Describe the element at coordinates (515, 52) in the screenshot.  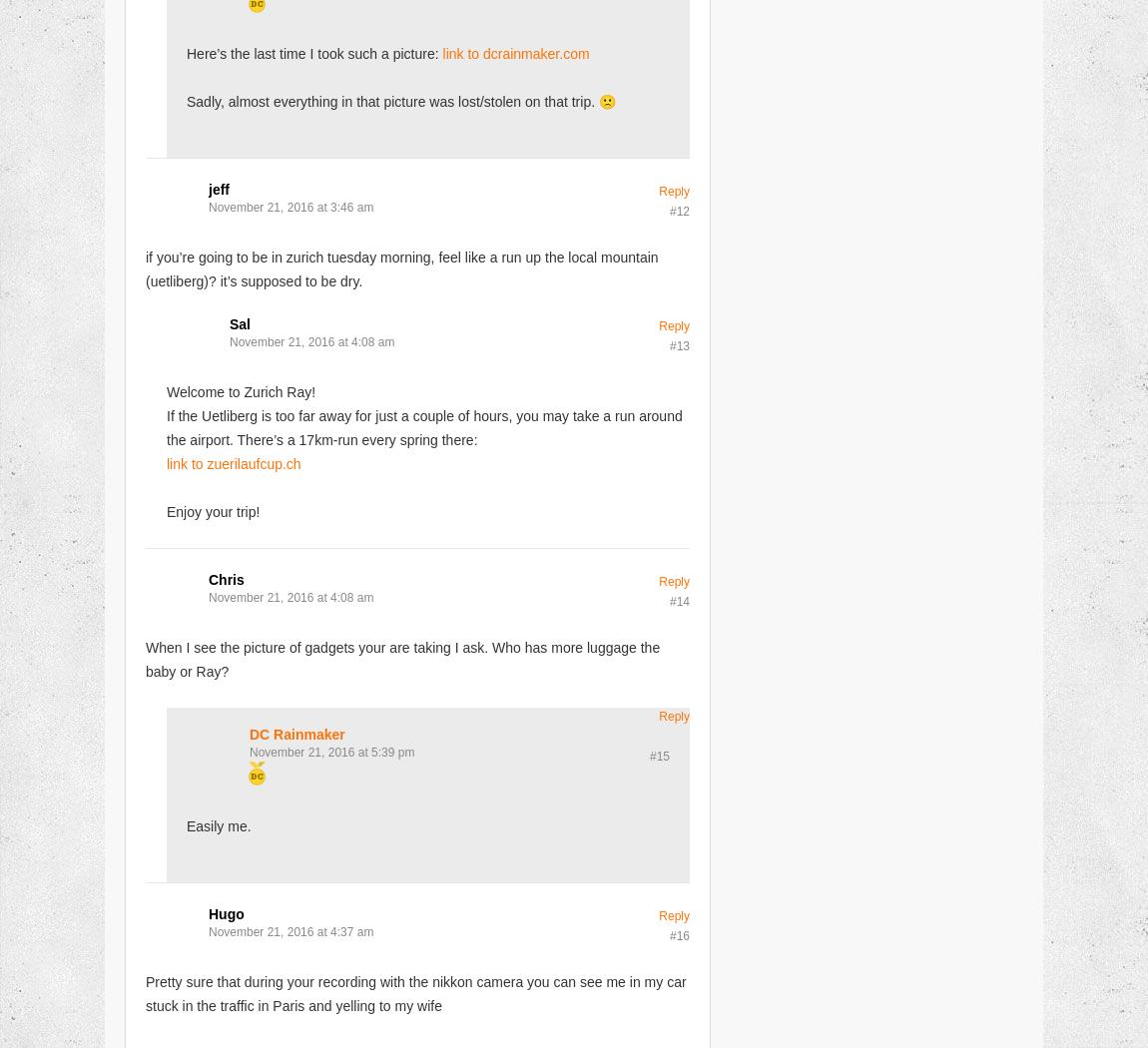
I see `'link to dcrainmaker.com'` at that location.